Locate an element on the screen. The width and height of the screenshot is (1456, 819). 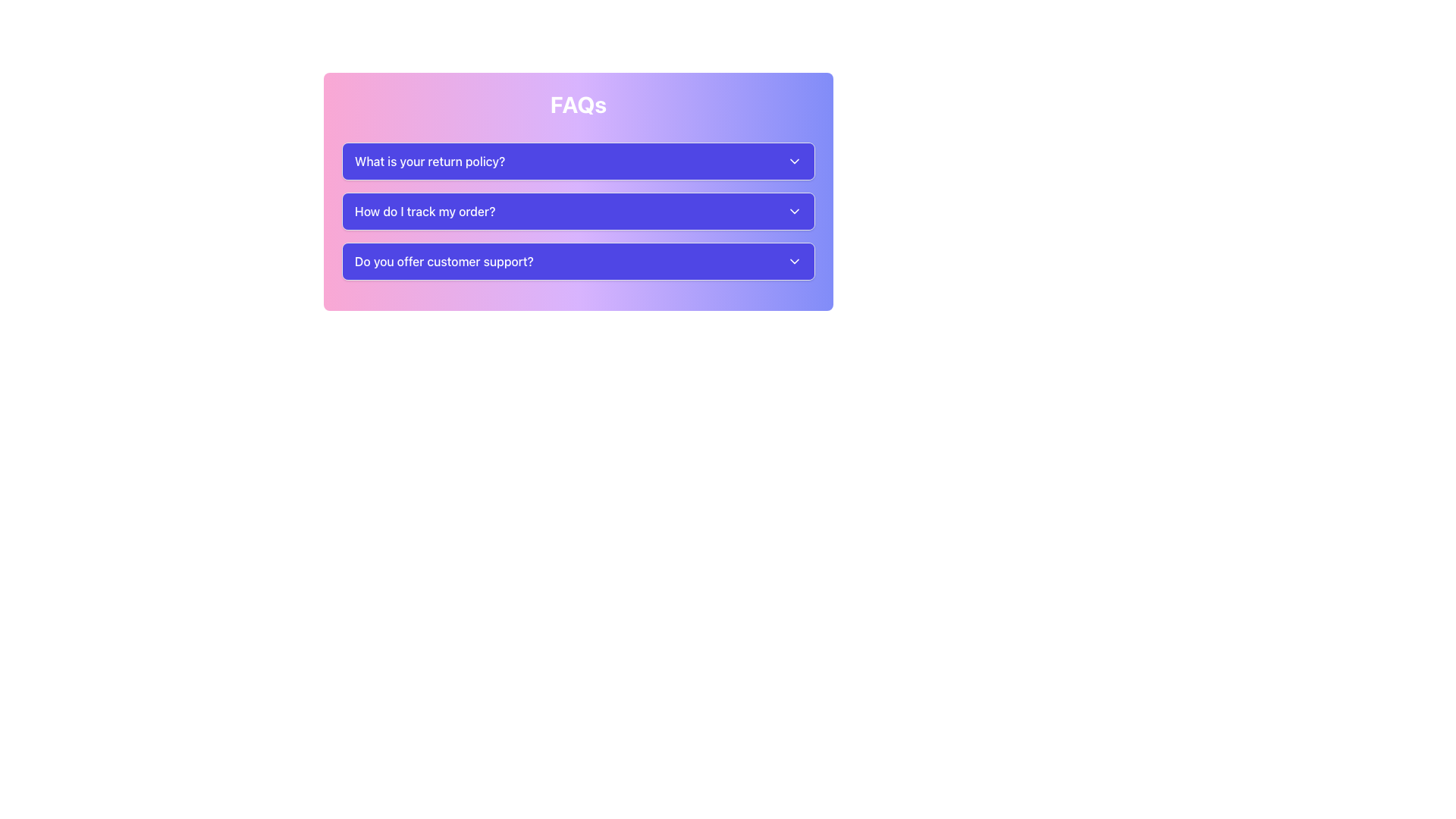
the first button in the vertical stack under the 'FAQs' title is located at coordinates (578, 161).